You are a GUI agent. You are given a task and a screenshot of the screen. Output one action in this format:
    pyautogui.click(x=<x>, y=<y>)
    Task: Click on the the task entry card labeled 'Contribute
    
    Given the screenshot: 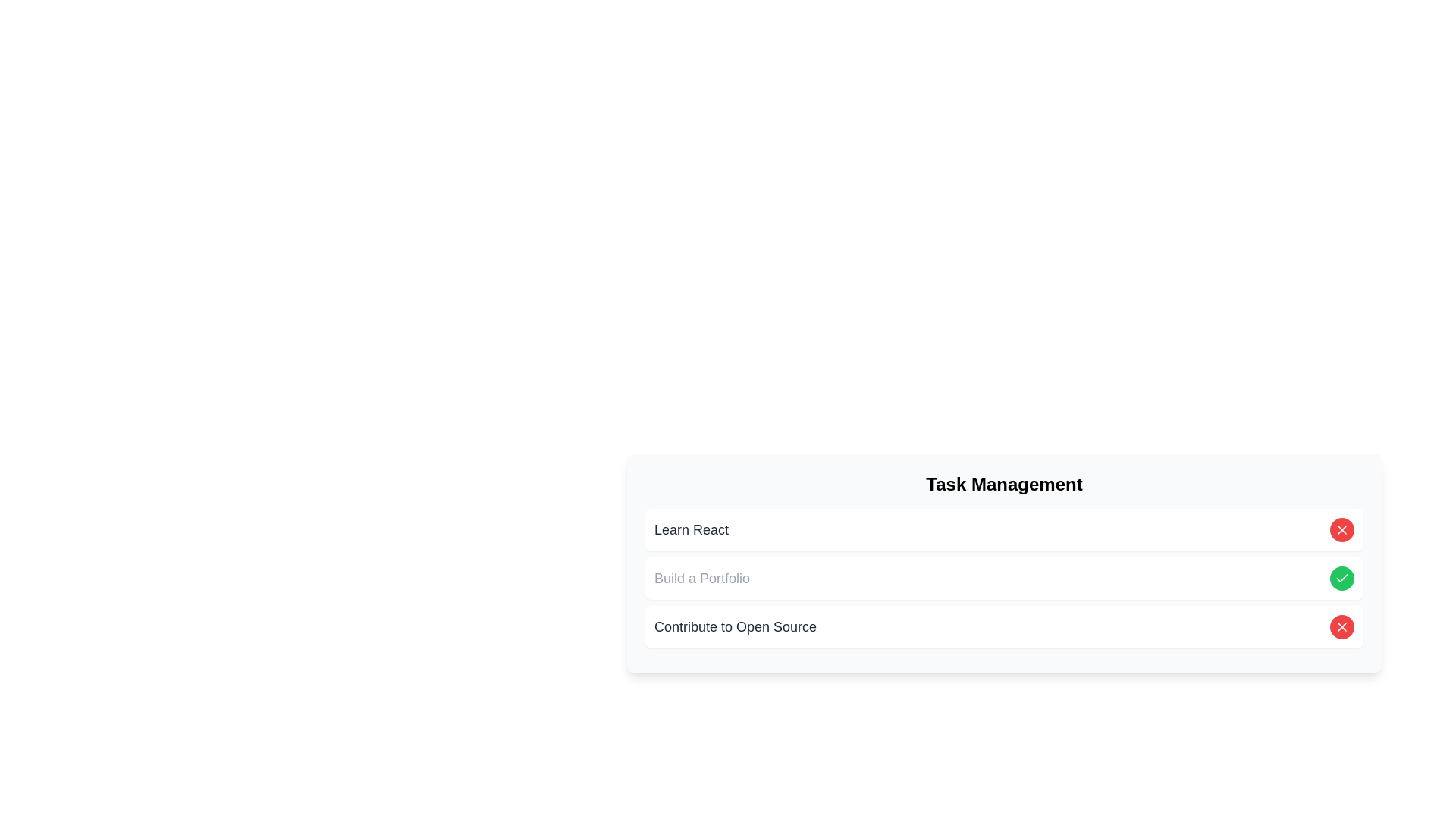 What is the action you would take?
    pyautogui.click(x=1004, y=626)
    